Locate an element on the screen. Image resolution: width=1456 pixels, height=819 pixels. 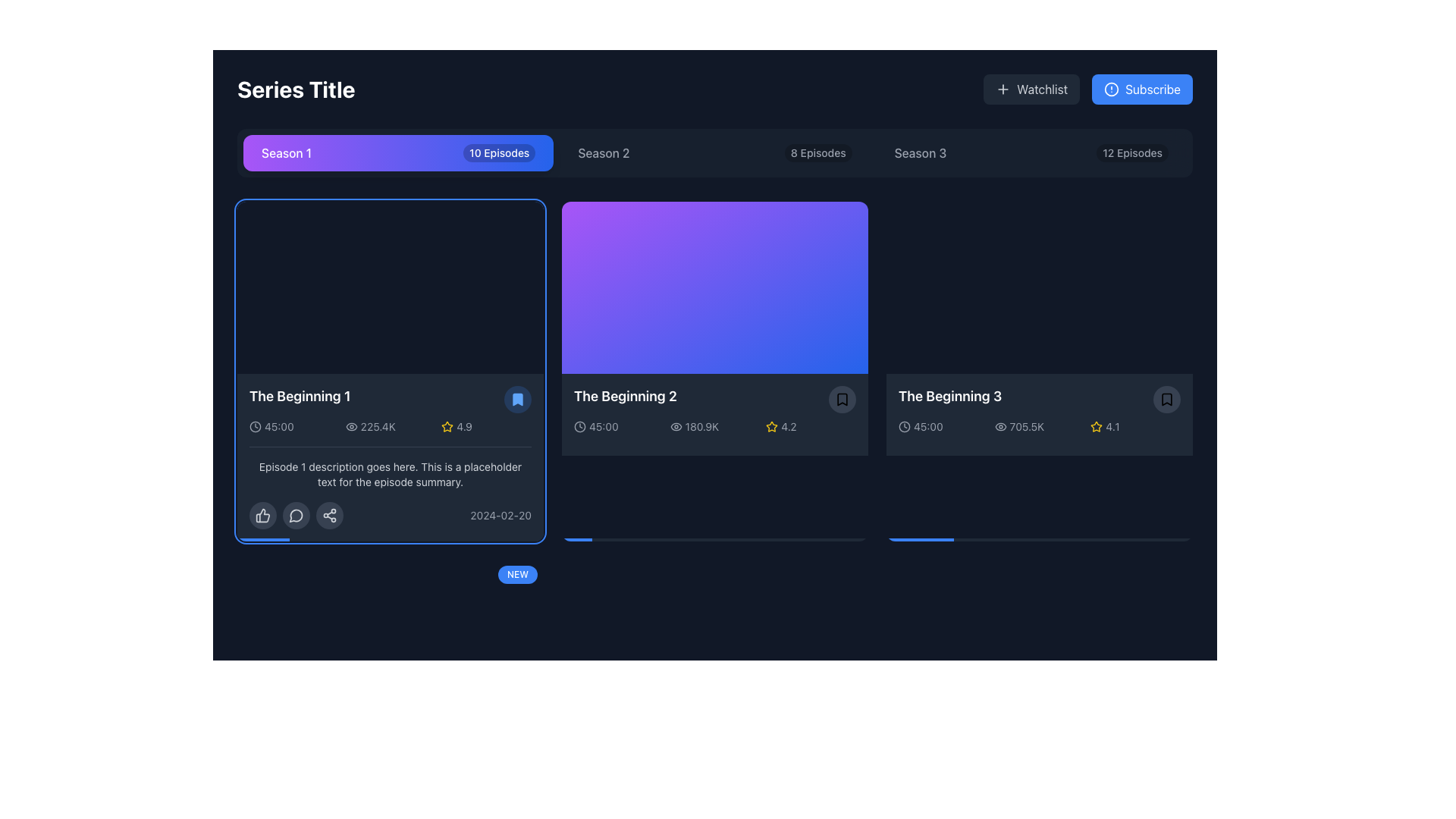
the progress bar located at the bottom of the card labeled 'The Beginning 3', which visually indicates a completion percentage of 22% is located at coordinates (1039, 539).